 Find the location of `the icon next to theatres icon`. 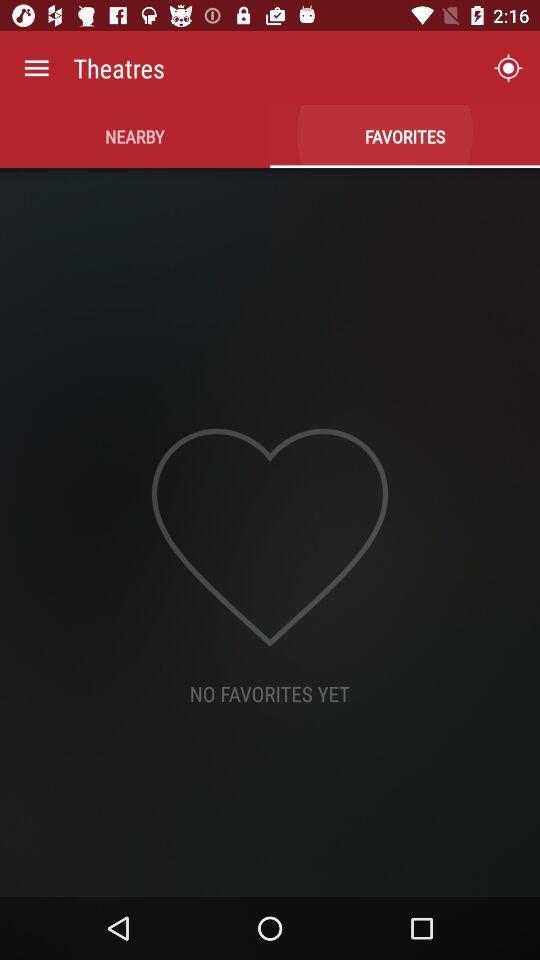

the icon next to theatres icon is located at coordinates (508, 68).